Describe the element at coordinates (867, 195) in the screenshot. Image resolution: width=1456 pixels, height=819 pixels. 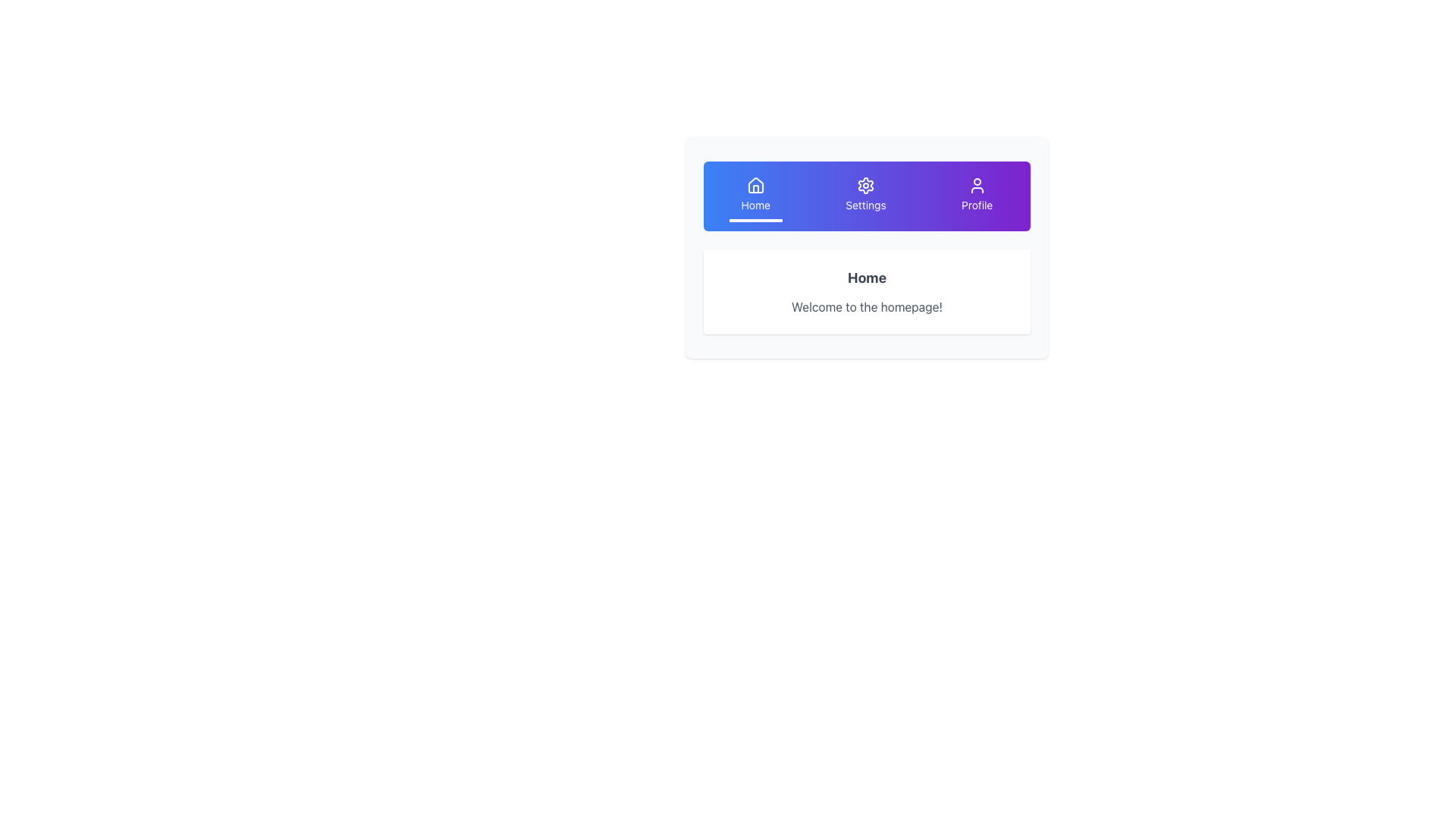
I see `the Navigation Bar` at that location.